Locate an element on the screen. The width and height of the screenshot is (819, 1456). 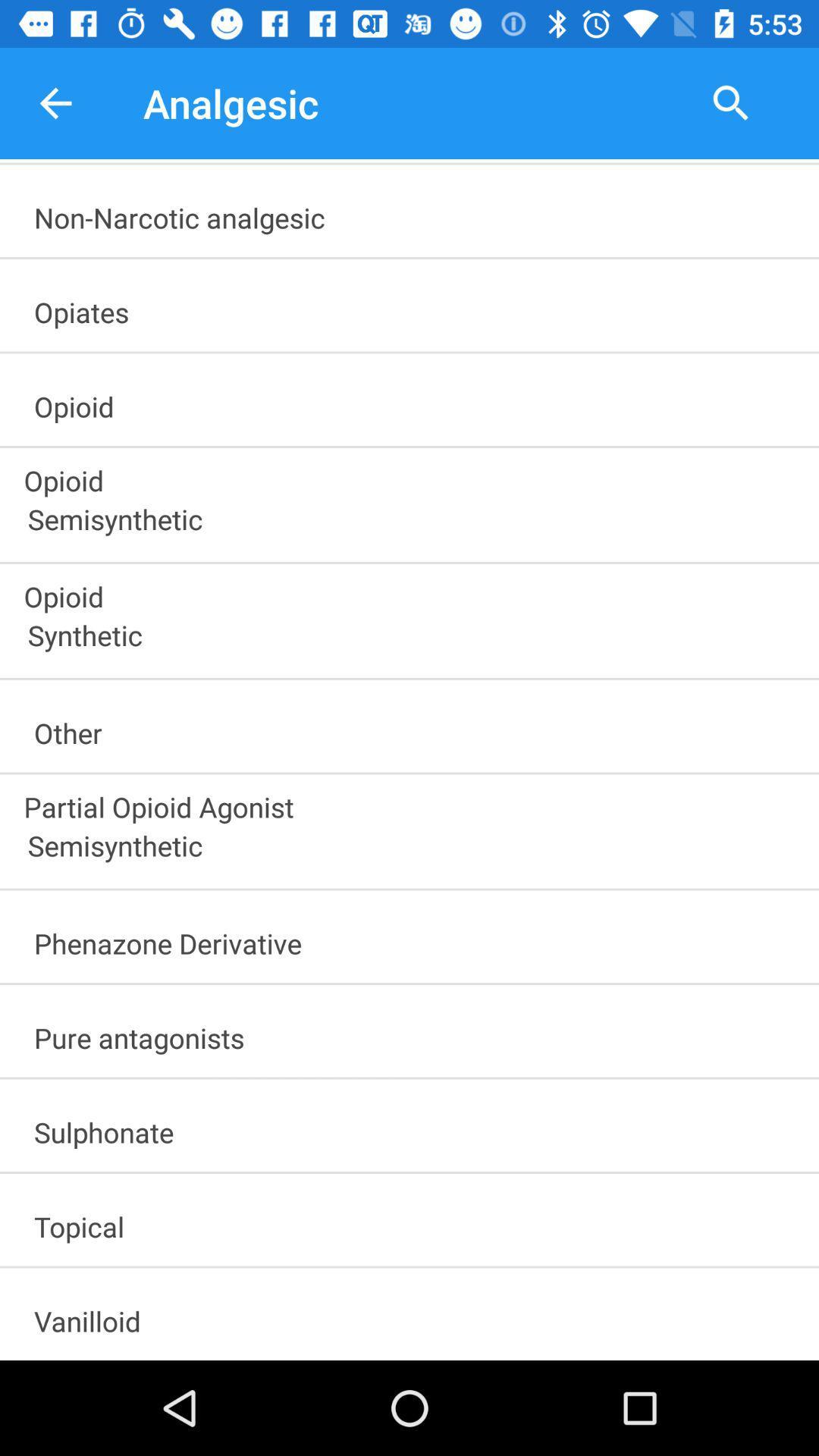
the sulphonate is located at coordinates (416, 1127).